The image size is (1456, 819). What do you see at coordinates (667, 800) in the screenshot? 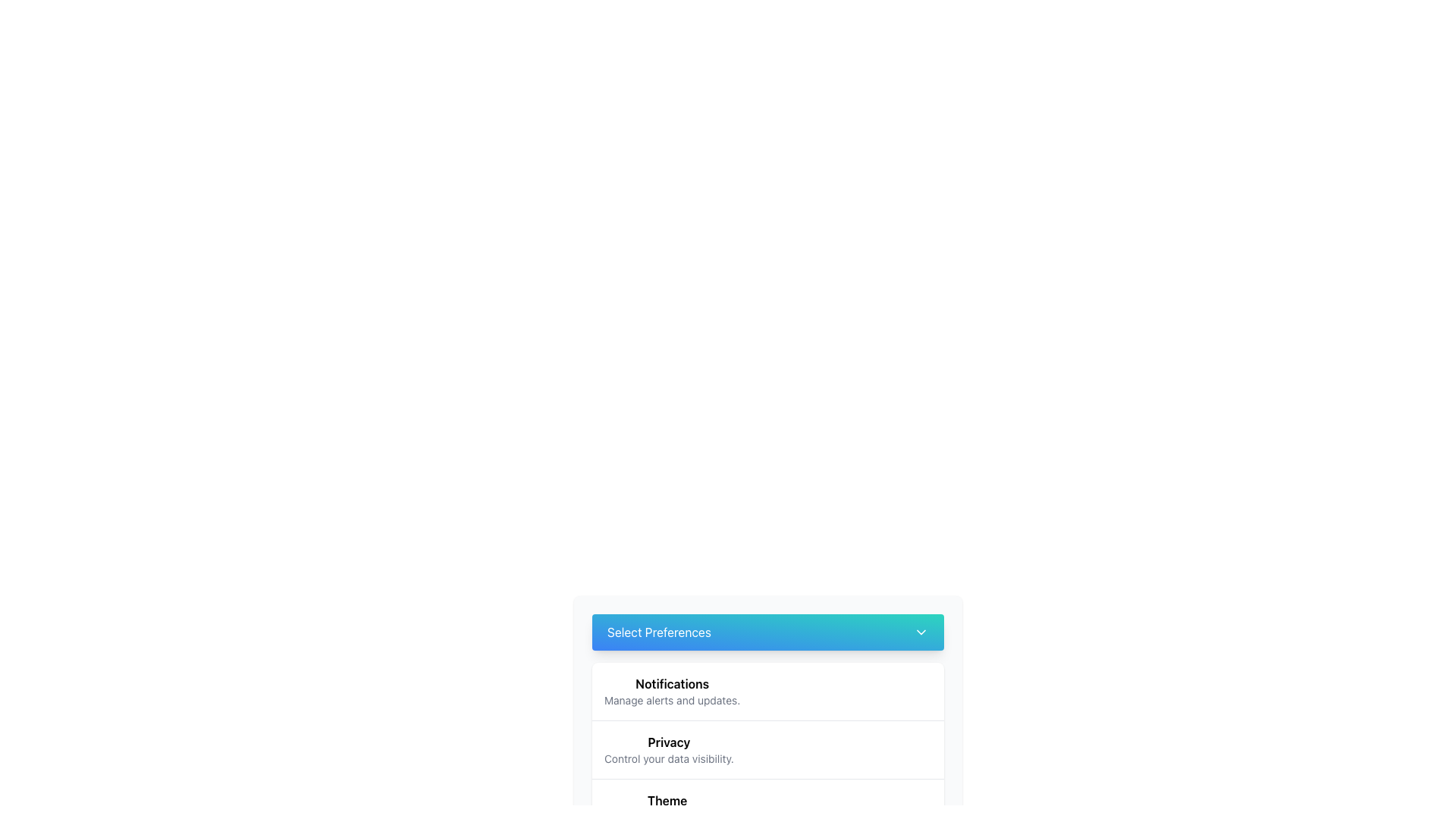
I see `the text label that serves as a header for the theme settings section, located above the description text 'Select light or dark mode.'` at bounding box center [667, 800].